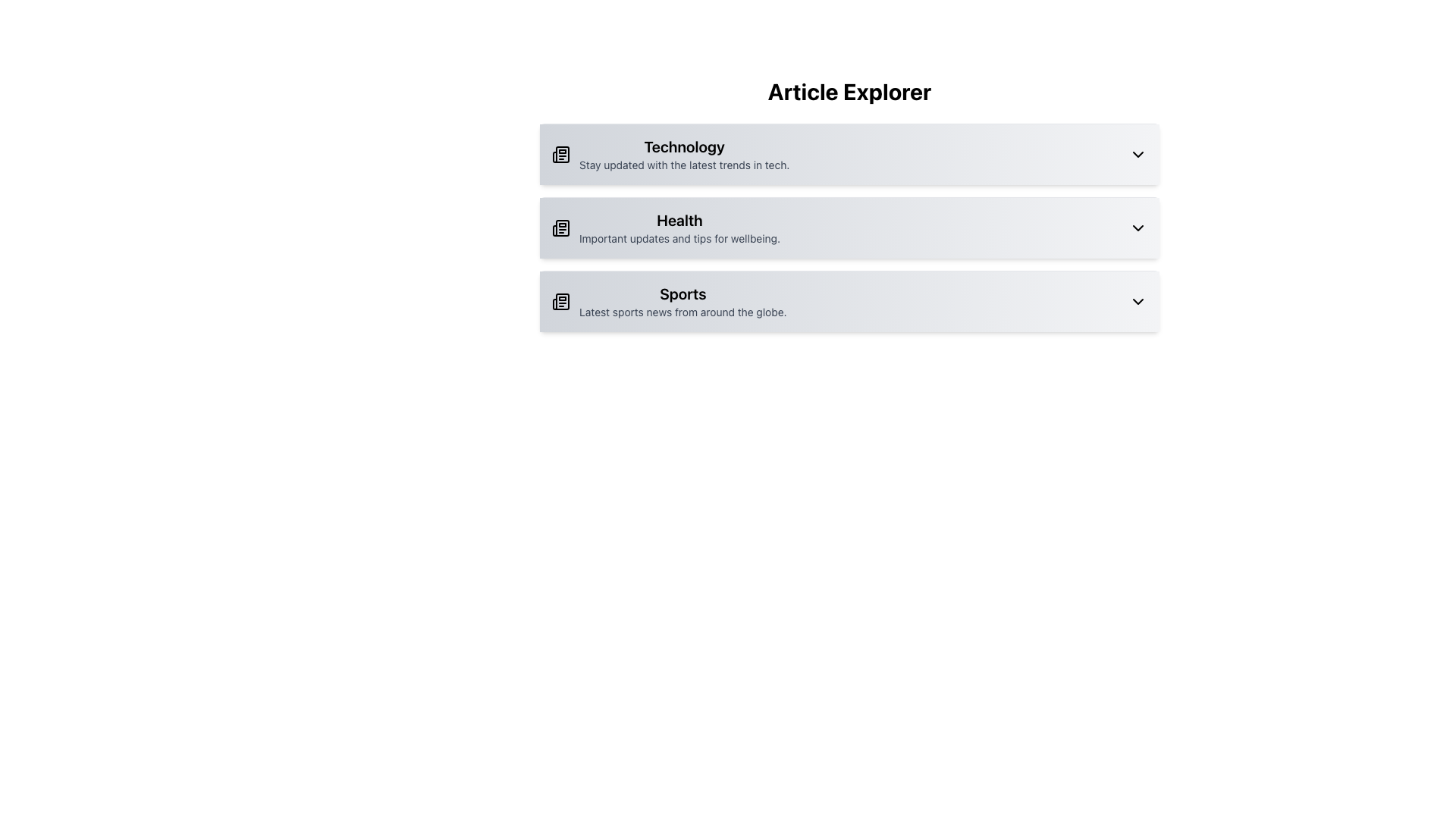  What do you see at coordinates (560, 227) in the screenshot?
I see `the newspaper icon located to the left of the 'Health' section header, which aligns with the text 'Health' and 'Important updates and tips for wellbeing.'` at bounding box center [560, 227].